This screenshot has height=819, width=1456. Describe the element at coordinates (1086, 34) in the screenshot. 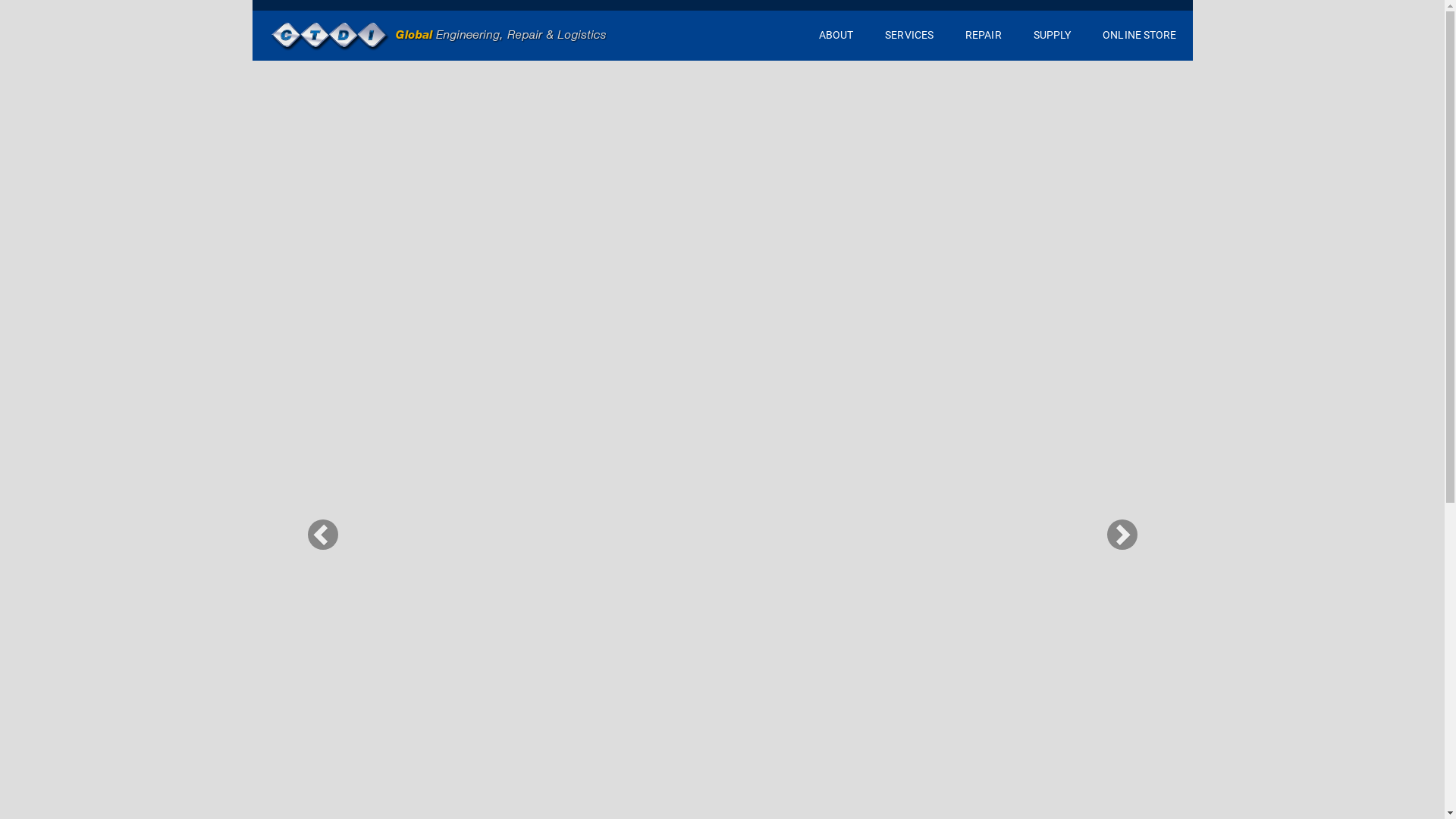

I see `'ONLINE STORE'` at that location.